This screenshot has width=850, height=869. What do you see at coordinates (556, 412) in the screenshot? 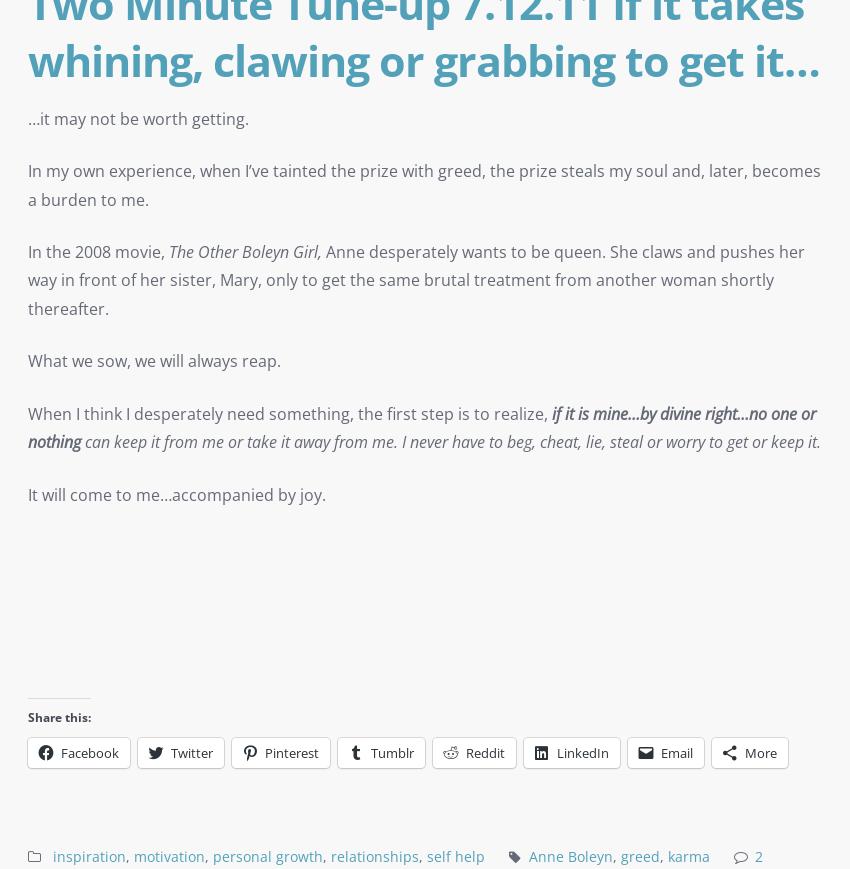
I see `'if'` at bounding box center [556, 412].